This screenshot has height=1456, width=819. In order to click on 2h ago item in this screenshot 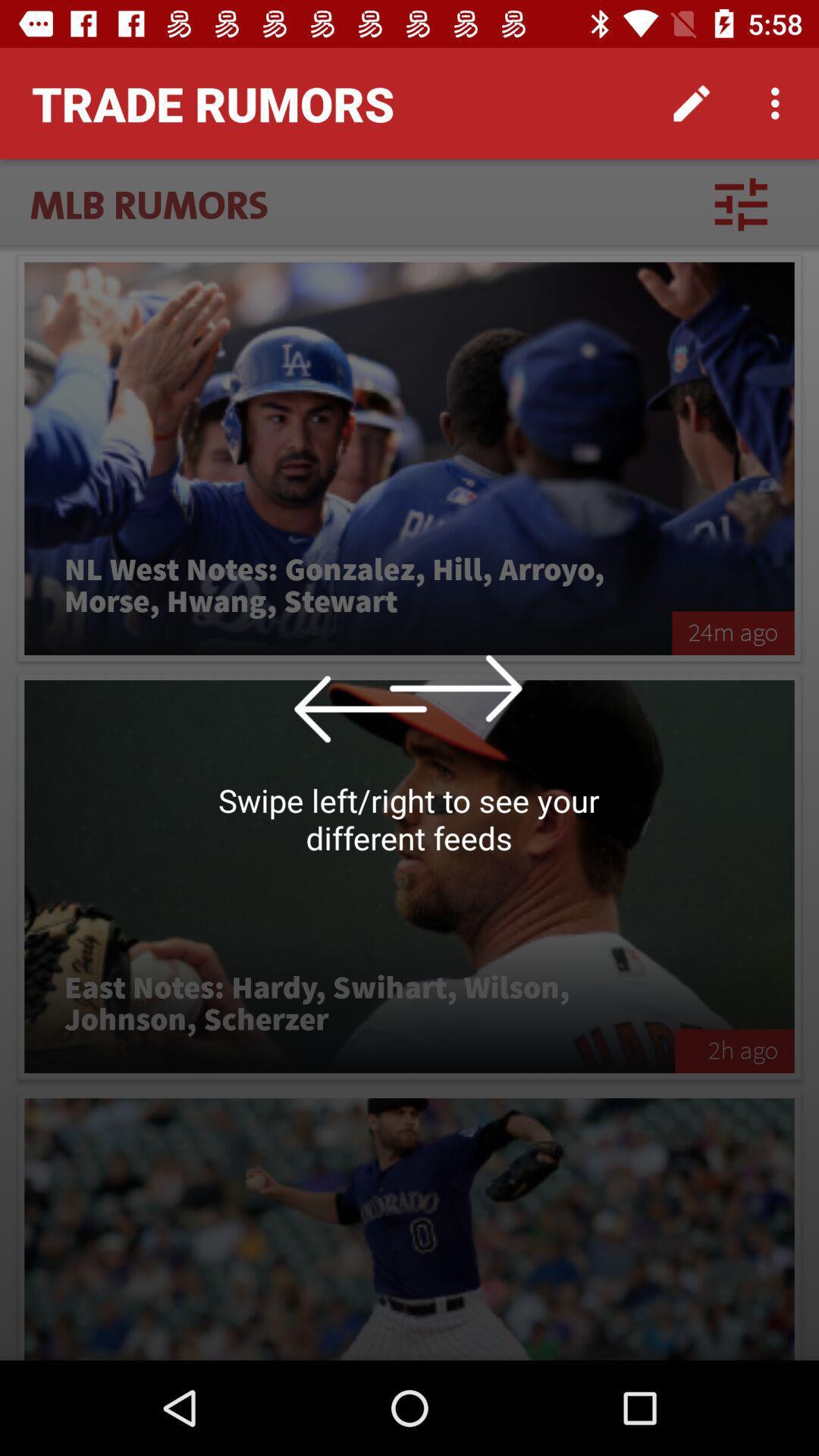, I will do `click(733, 1050)`.